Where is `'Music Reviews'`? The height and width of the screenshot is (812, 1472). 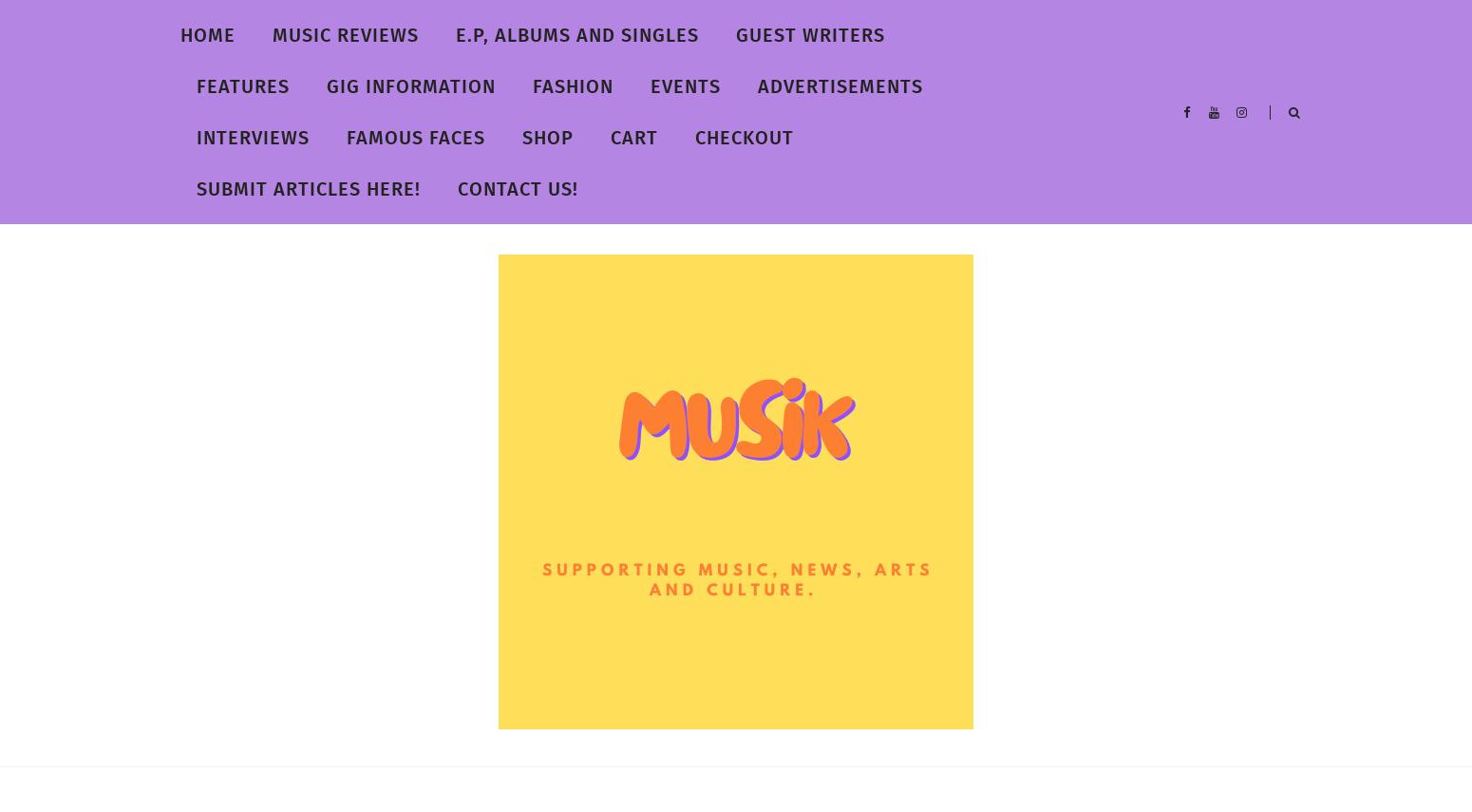 'Music Reviews' is located at coordinates (273, 34).